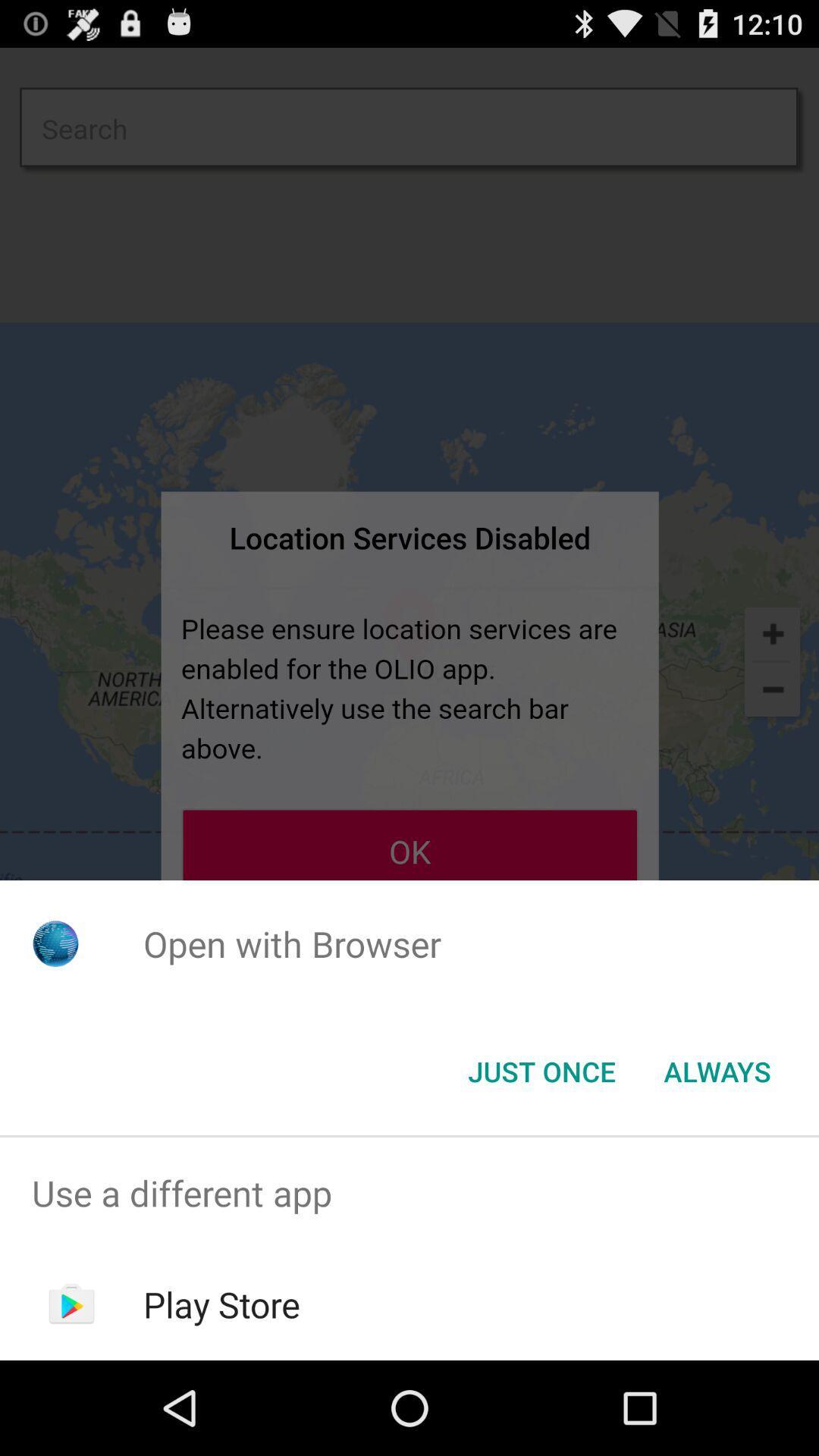 Image resolution: width=819 pixels, height=1456 pixels. What do you see at coordinates (541, 1070) in the screenshot?
I see `the app below open with browser icon` at bounding box center [541, 1070].